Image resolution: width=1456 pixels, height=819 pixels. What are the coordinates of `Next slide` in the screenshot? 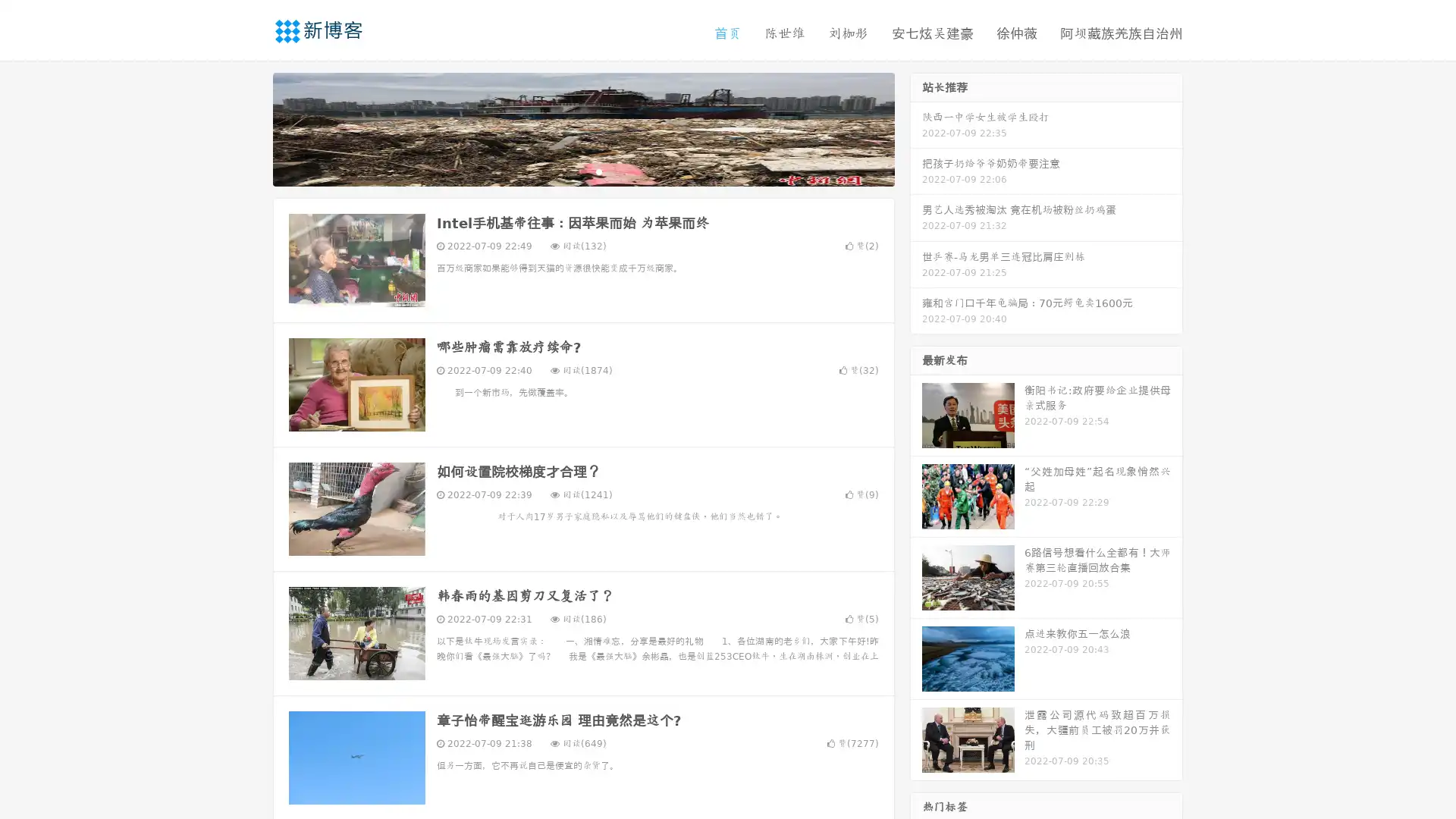 It's located at (916, 127).